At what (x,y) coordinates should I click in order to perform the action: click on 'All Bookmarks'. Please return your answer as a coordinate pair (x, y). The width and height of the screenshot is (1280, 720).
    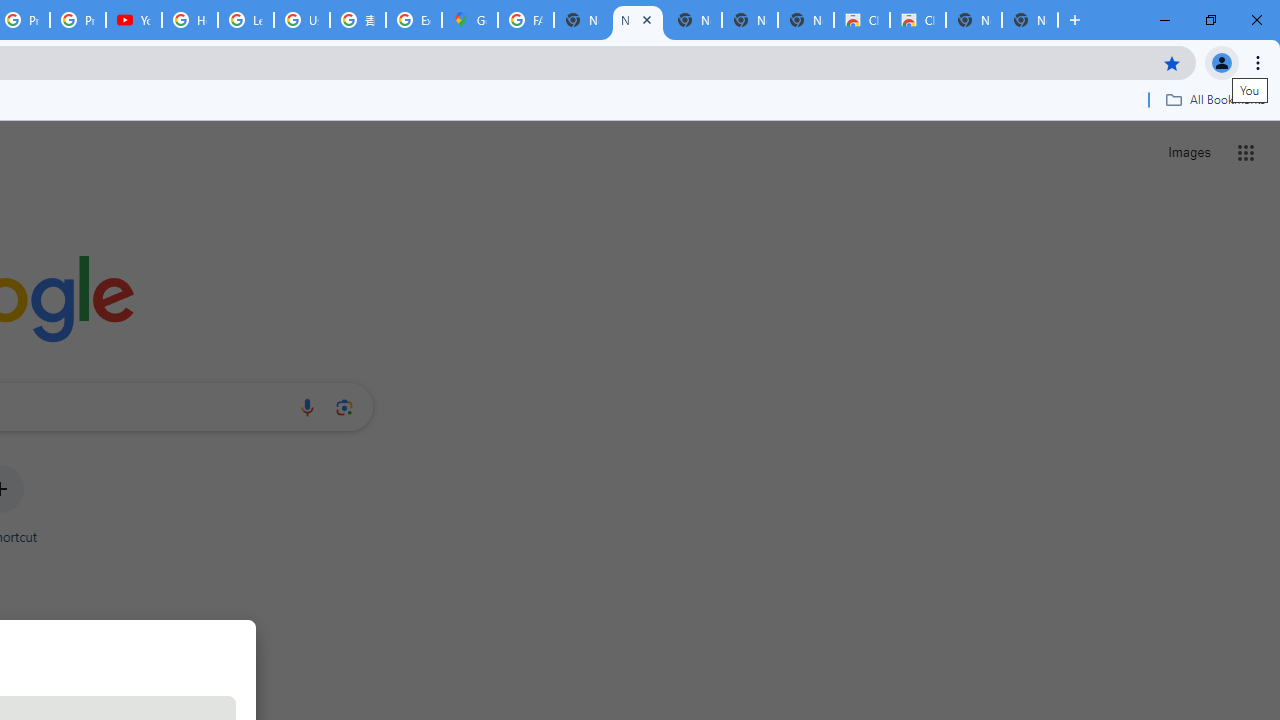
    Looking at the image, I should click on (1214, 99).